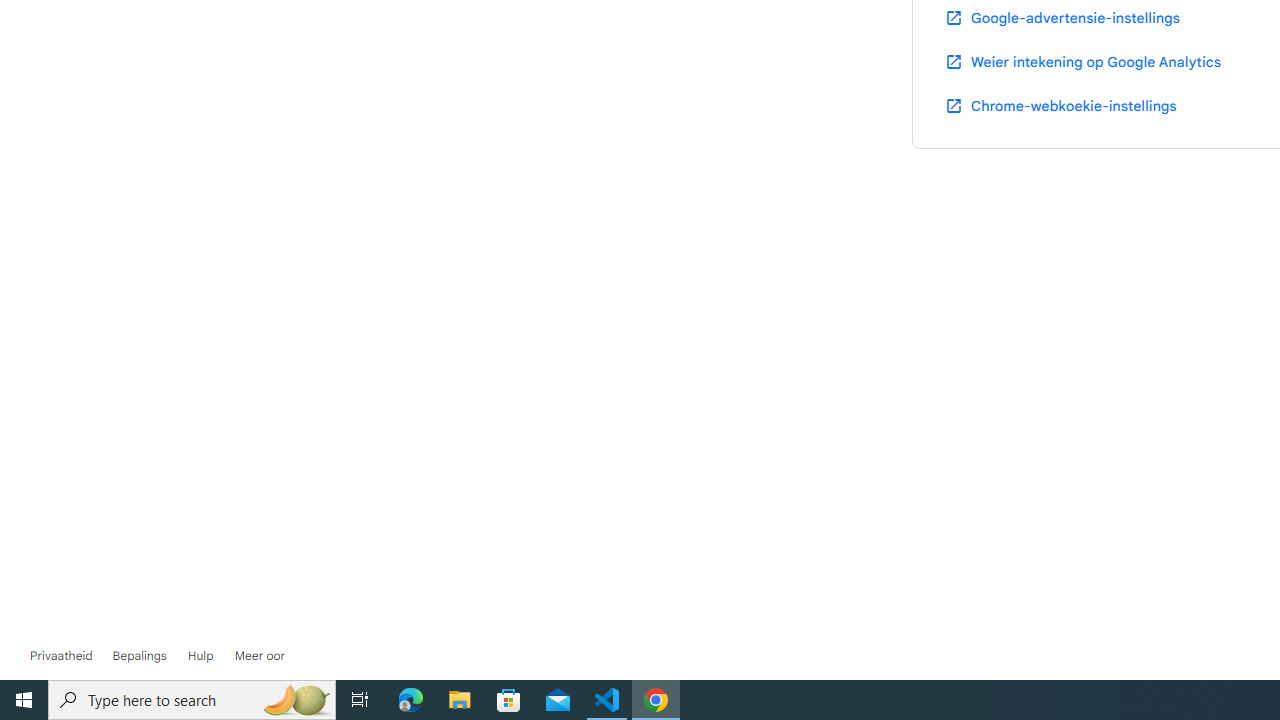 This screenshot has width=1280, height=720. I want to click on 'Privaatheid', so click(61, 655).